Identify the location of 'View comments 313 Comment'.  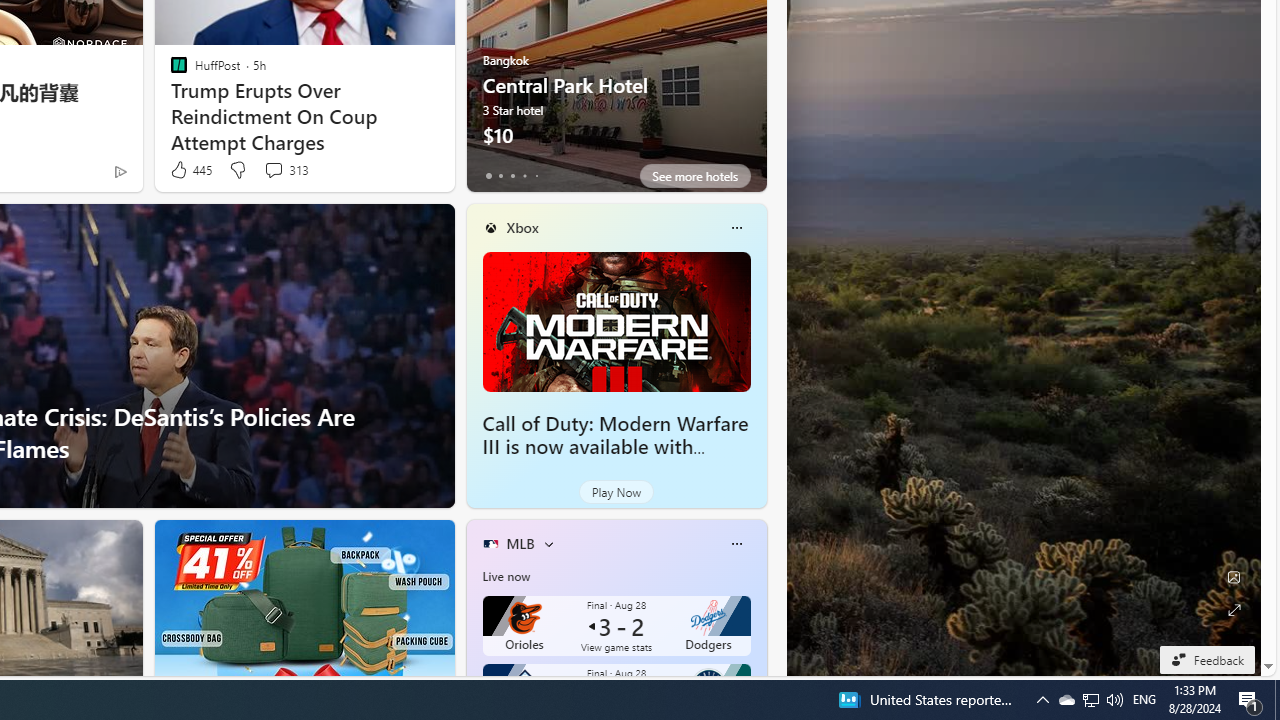
(272, 168).